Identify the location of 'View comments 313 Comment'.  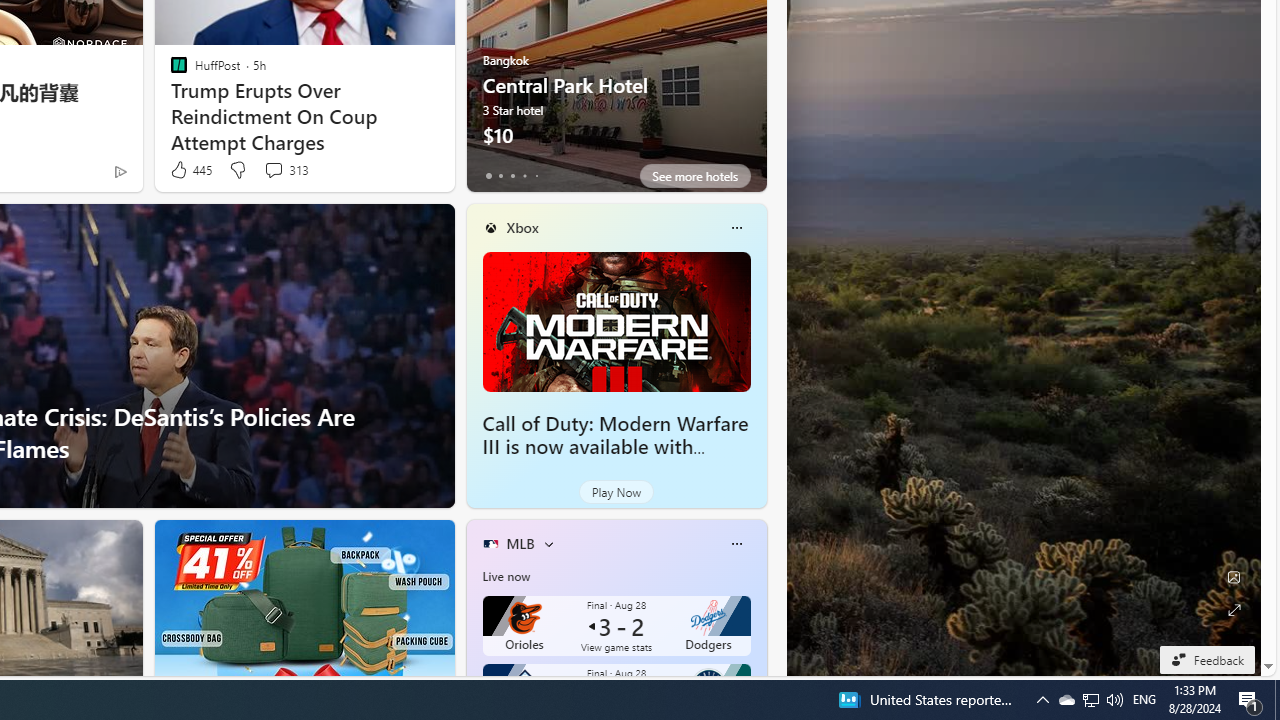
(272, 168).